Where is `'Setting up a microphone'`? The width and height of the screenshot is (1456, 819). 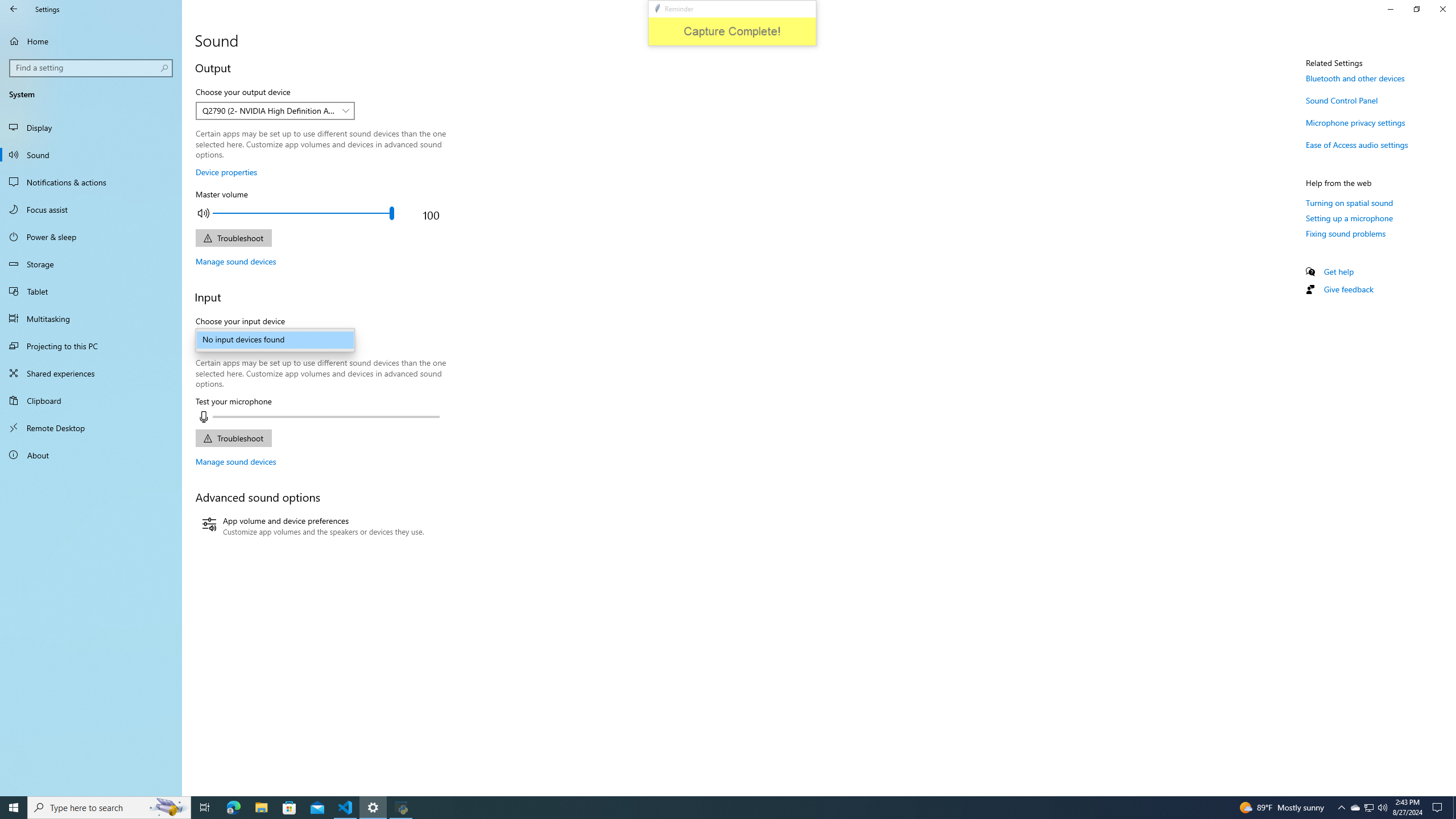
'Setting up a microphone' is located at coordinates (1349, 217).